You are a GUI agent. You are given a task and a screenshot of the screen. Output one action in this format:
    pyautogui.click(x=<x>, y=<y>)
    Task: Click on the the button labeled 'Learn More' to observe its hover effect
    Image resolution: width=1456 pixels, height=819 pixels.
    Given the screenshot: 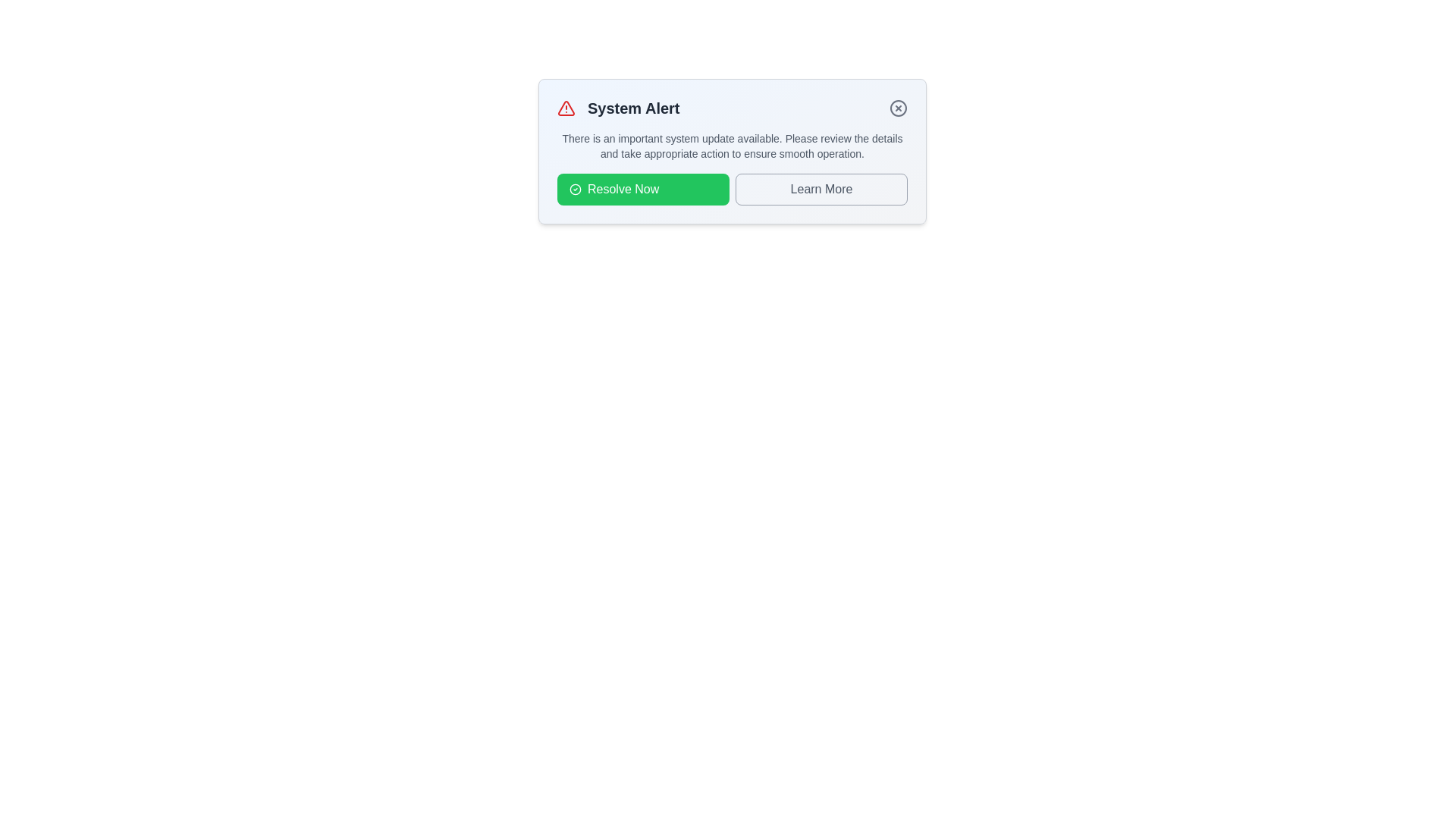 What is the action you would take?
    pyautogui.click(x=821, y=189)
    